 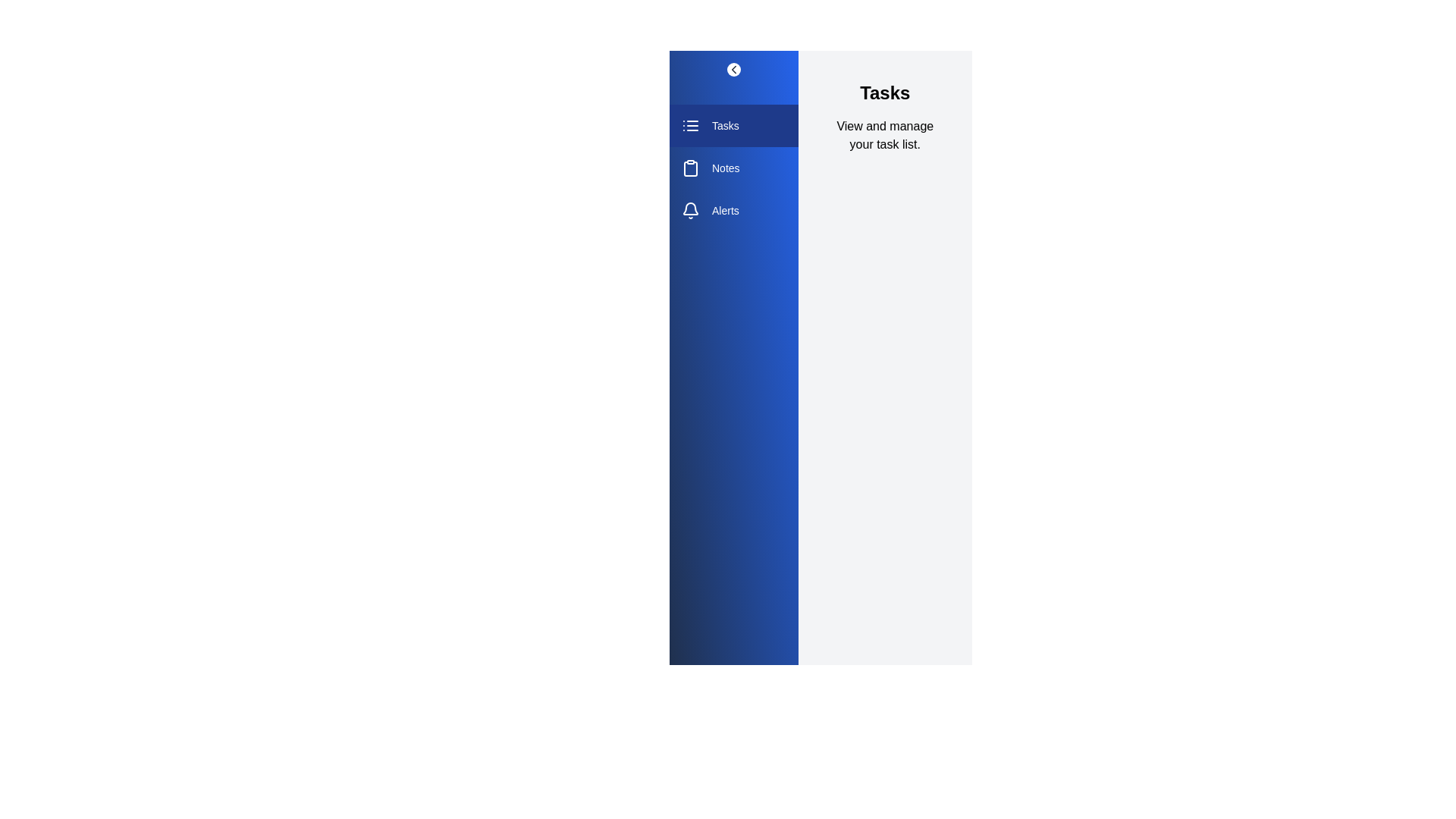 What do you see at coordinates (884, 93) in the screenshot?
I see `the main display text 'Tasks' to interact with it` at bounding box center [884, 93].